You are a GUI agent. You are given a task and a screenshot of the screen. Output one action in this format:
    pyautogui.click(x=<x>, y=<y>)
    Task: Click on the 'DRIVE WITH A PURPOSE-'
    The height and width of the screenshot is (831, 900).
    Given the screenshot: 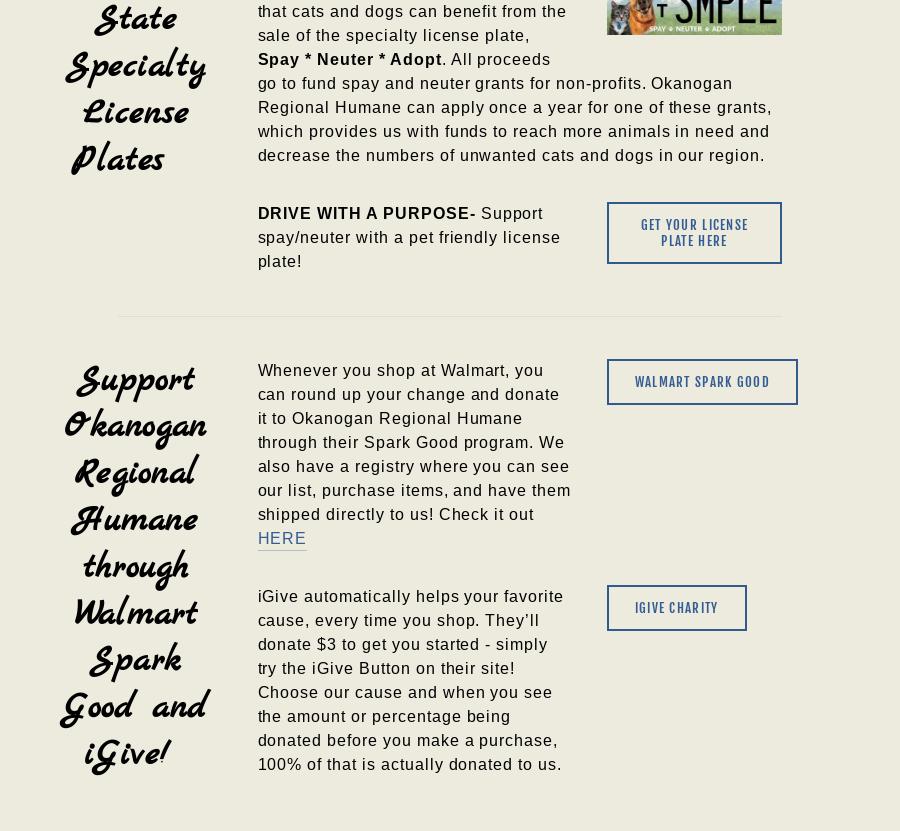 What is the action you would take?
    pyautogui.click(x=368, y=212)
    